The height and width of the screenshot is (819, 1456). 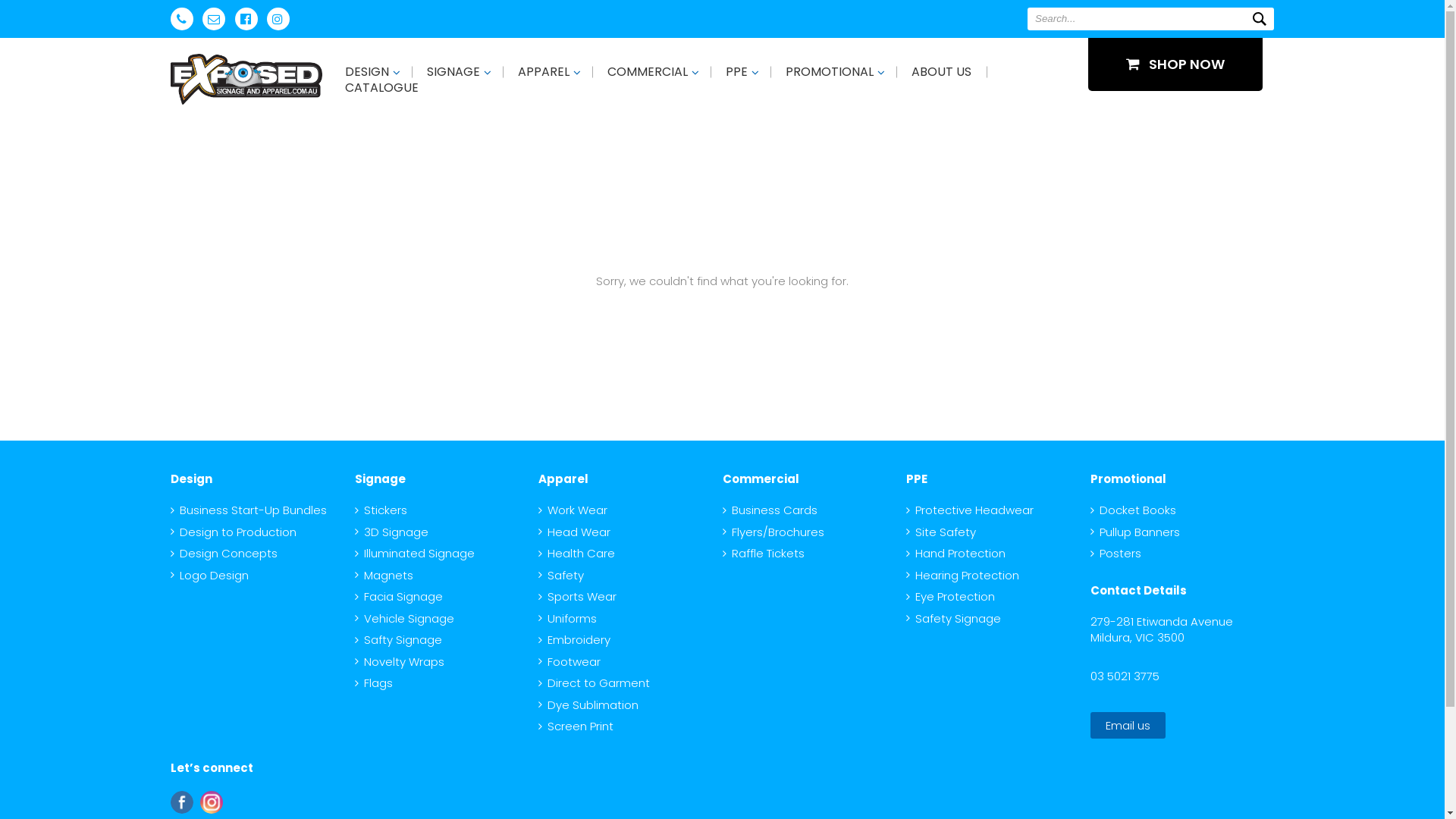 What do you see at coordinates (543, 71) in the screenshot?
I see `'APPAREL'` at bounding box center [543, 71].